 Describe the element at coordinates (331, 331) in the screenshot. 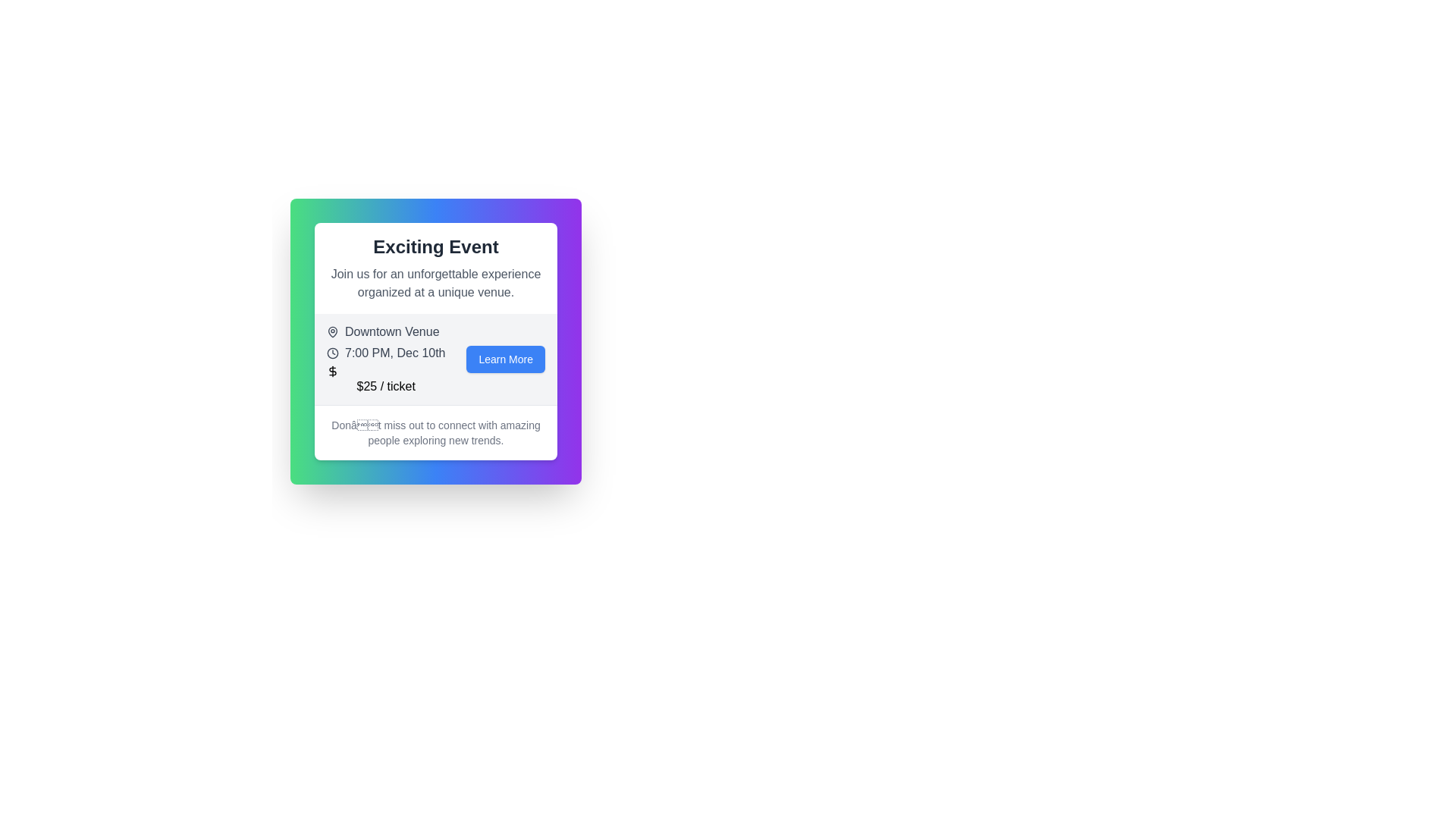

I see `the icon representing the location or venue associated with 'Downtown Venue', which is located in the top-left of its section and precedes the text content` at that location.